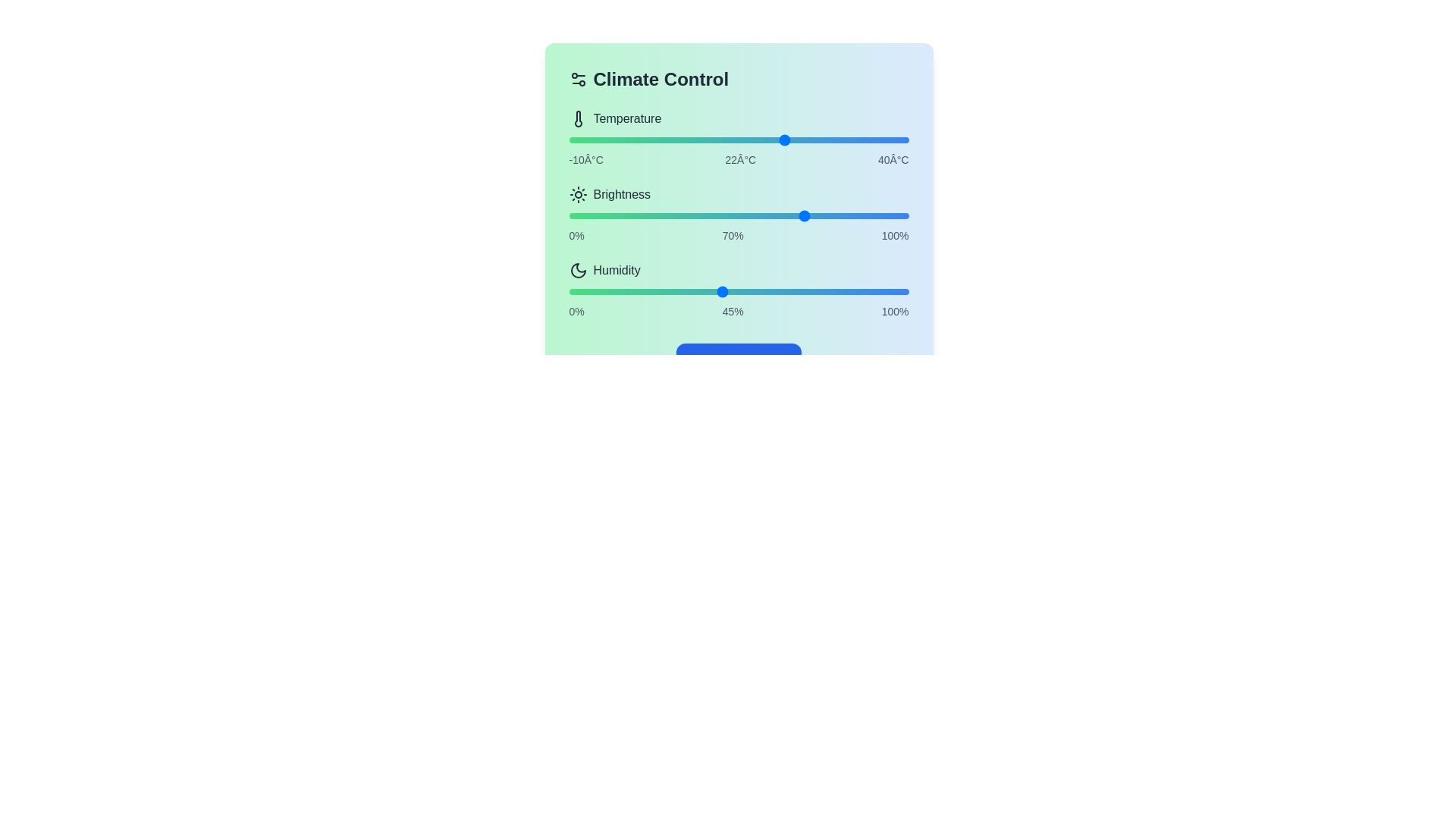 The image size is (1456, 819). Describe the element at coordinates (739, 79) in the screenshot. I see `the 'Climate Control' header element, which features a bold text and a gear icon, to gain context about the climate settings` at that location.